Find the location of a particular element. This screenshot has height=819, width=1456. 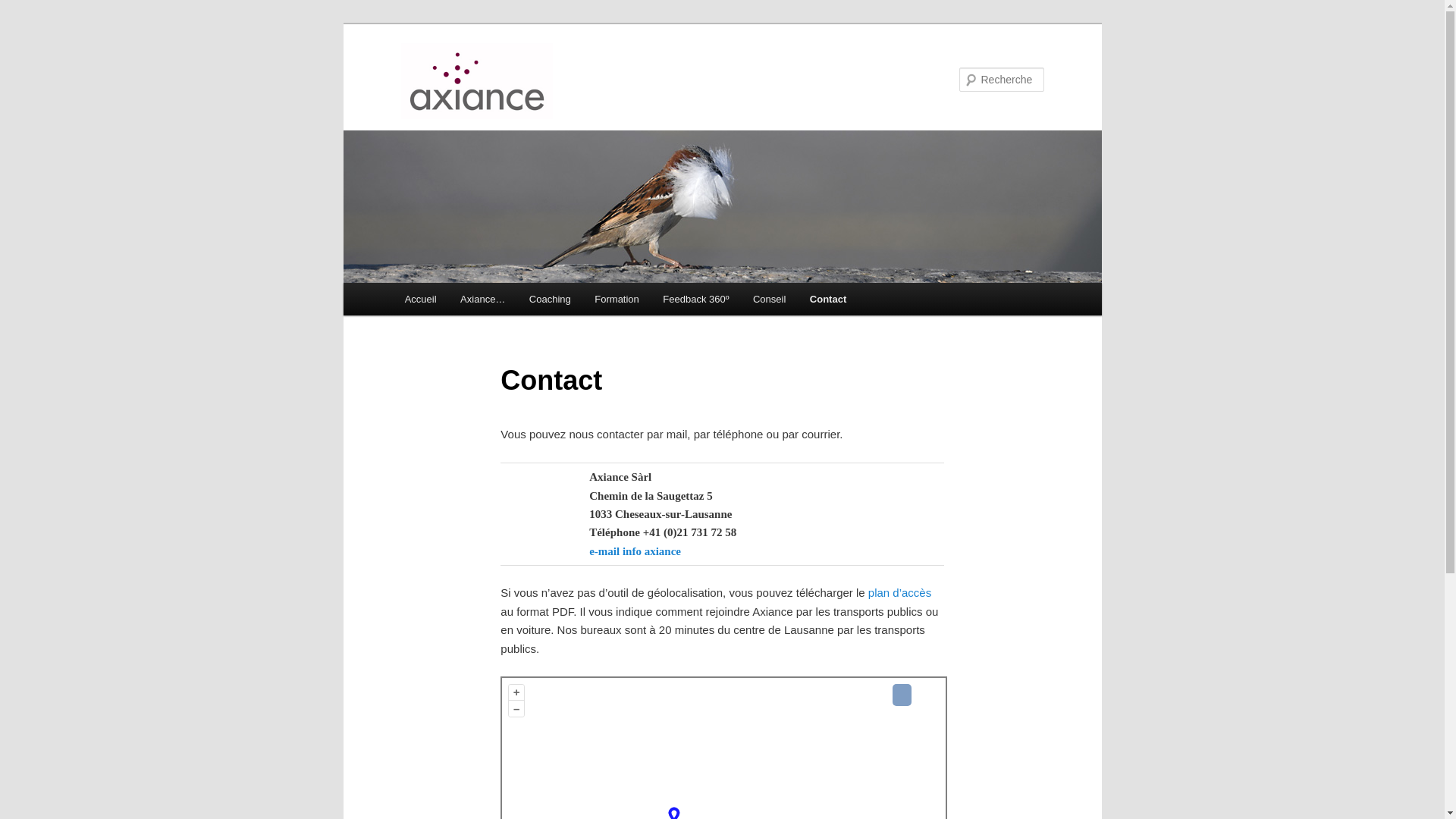

'Contact' is located at coordinates (827, 299).